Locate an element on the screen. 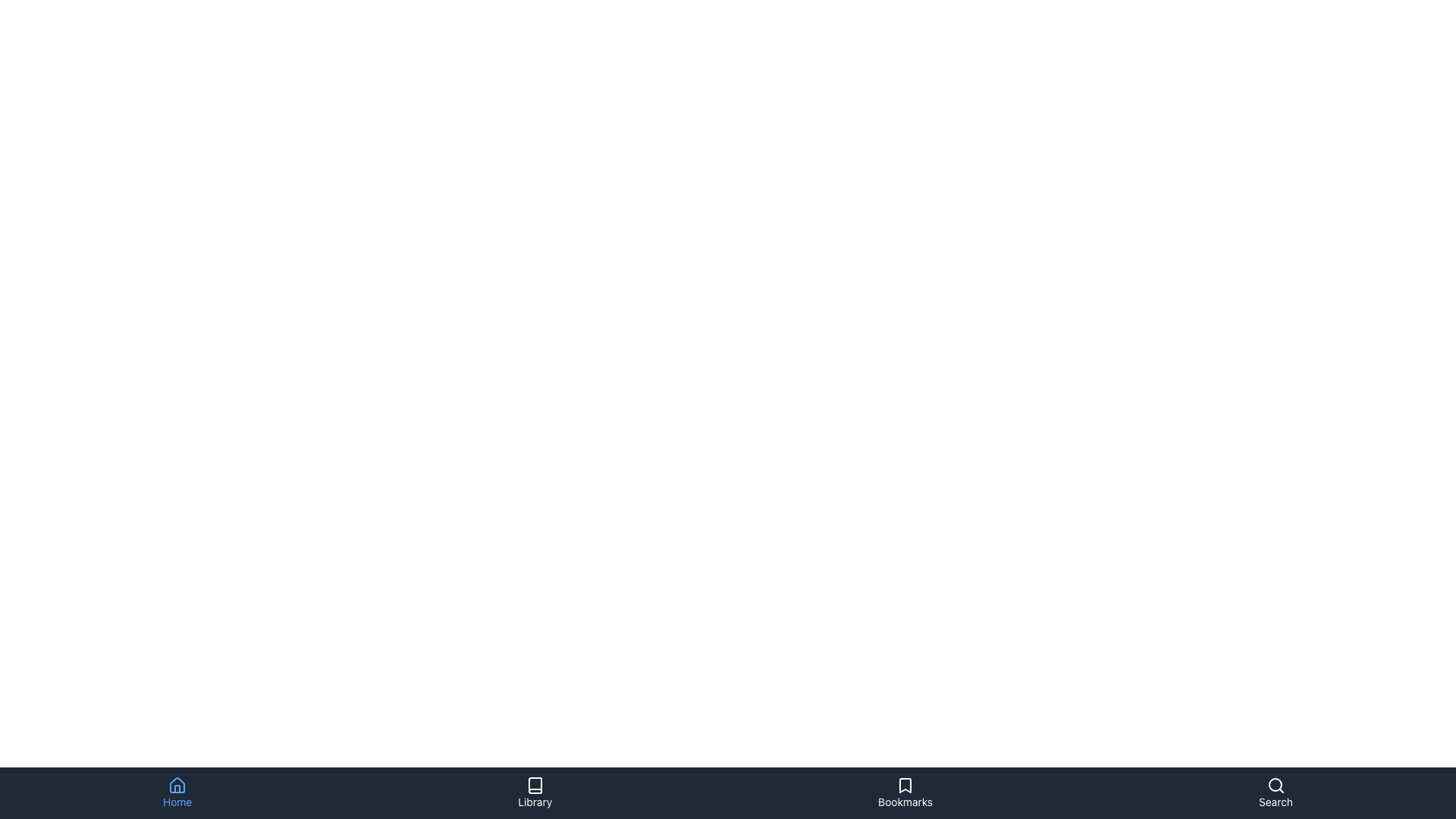 This screenshot has height=819, width=1456. the bookmark icon, which is an upside-down triangular flag located in the bottom navigation bar above the 'Bookmarks' label is located at coordinates (905, 785).